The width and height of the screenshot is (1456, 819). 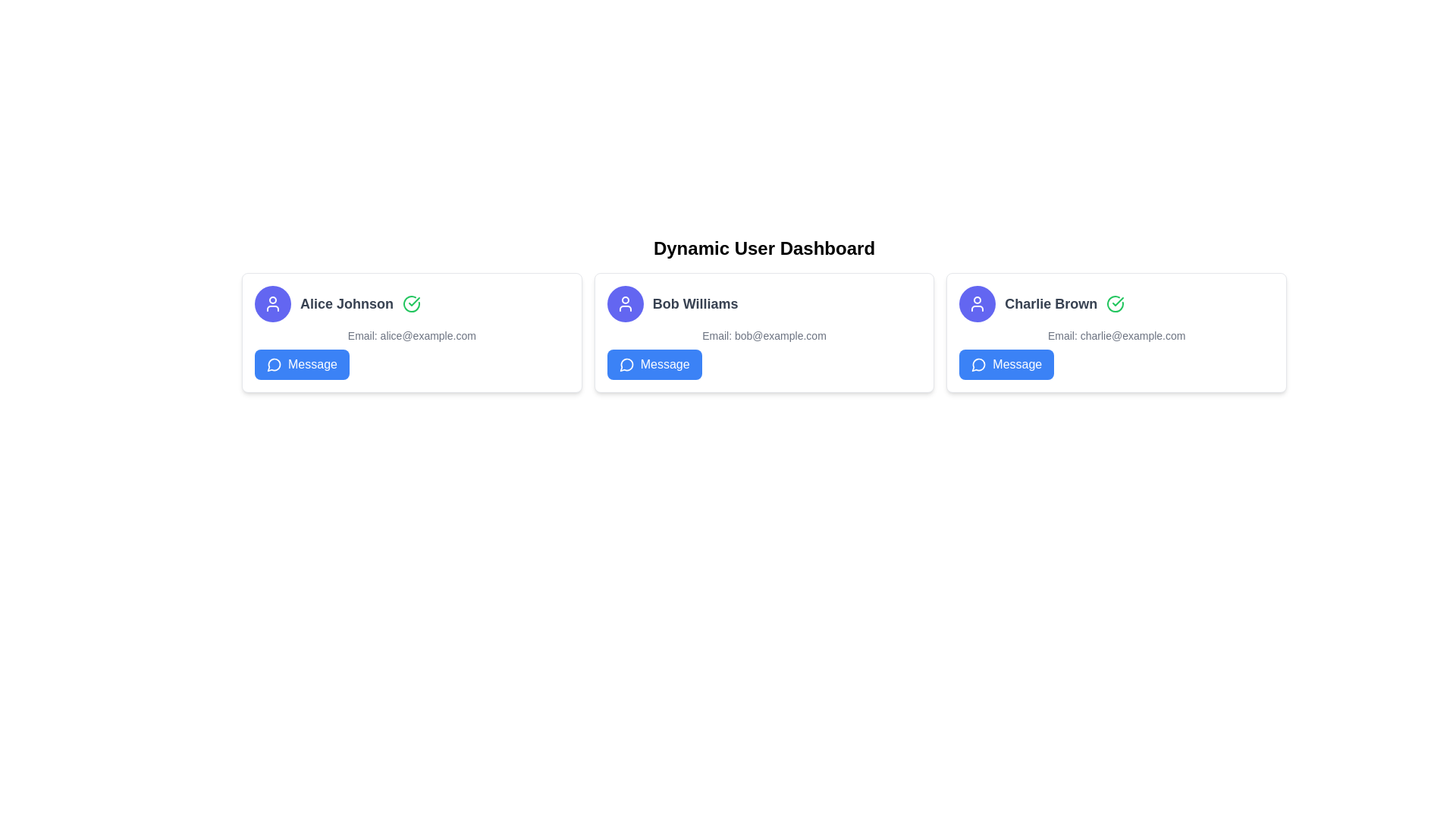 What do you see at coordinates (273, 304) in the screenshot?
I see `the user avatar icon representing Alice Johnson, which is located in the top-left section of the user card component` at bounding box center [273, 304].